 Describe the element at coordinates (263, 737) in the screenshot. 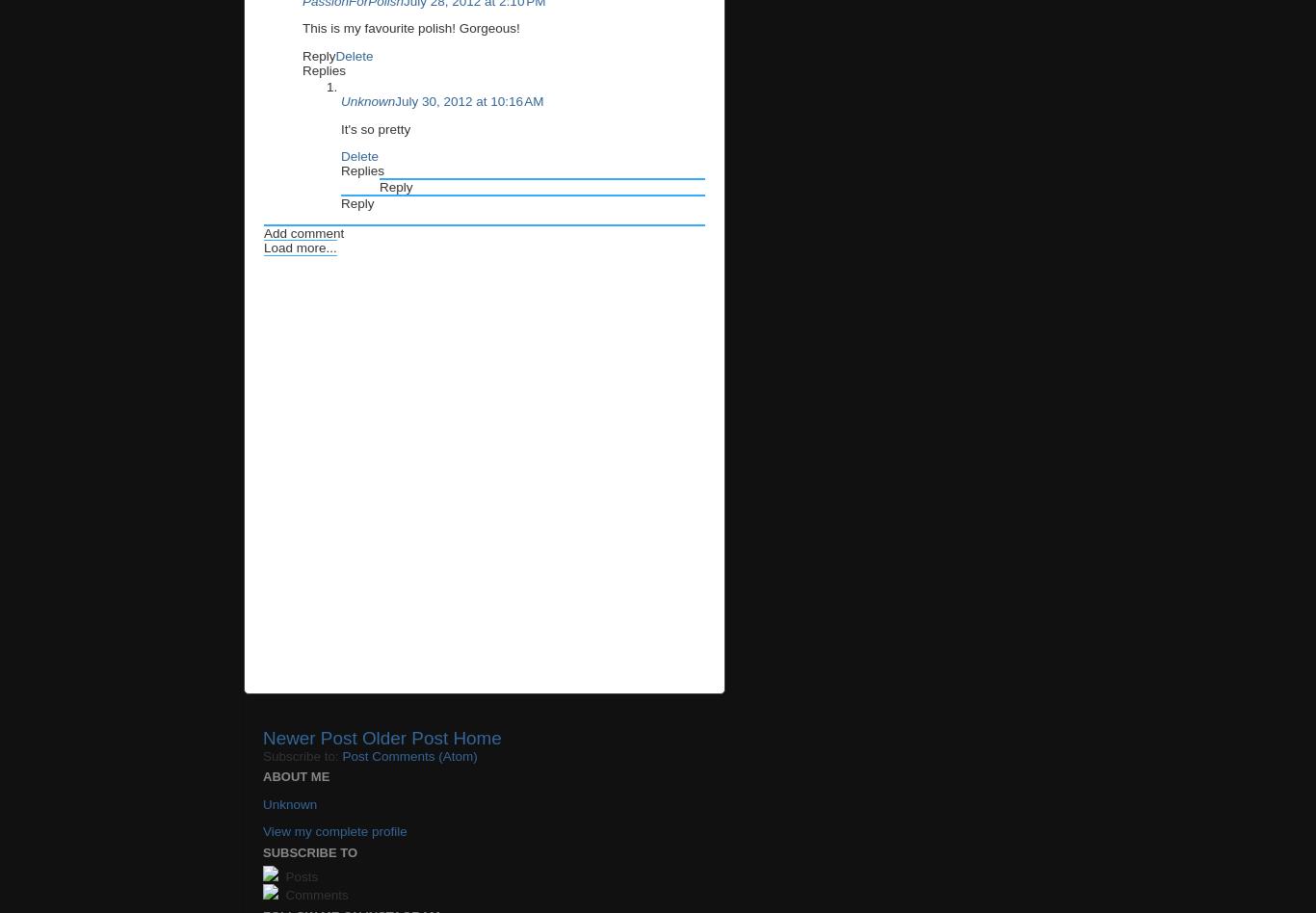

I see `'Newer Post'` at that location.